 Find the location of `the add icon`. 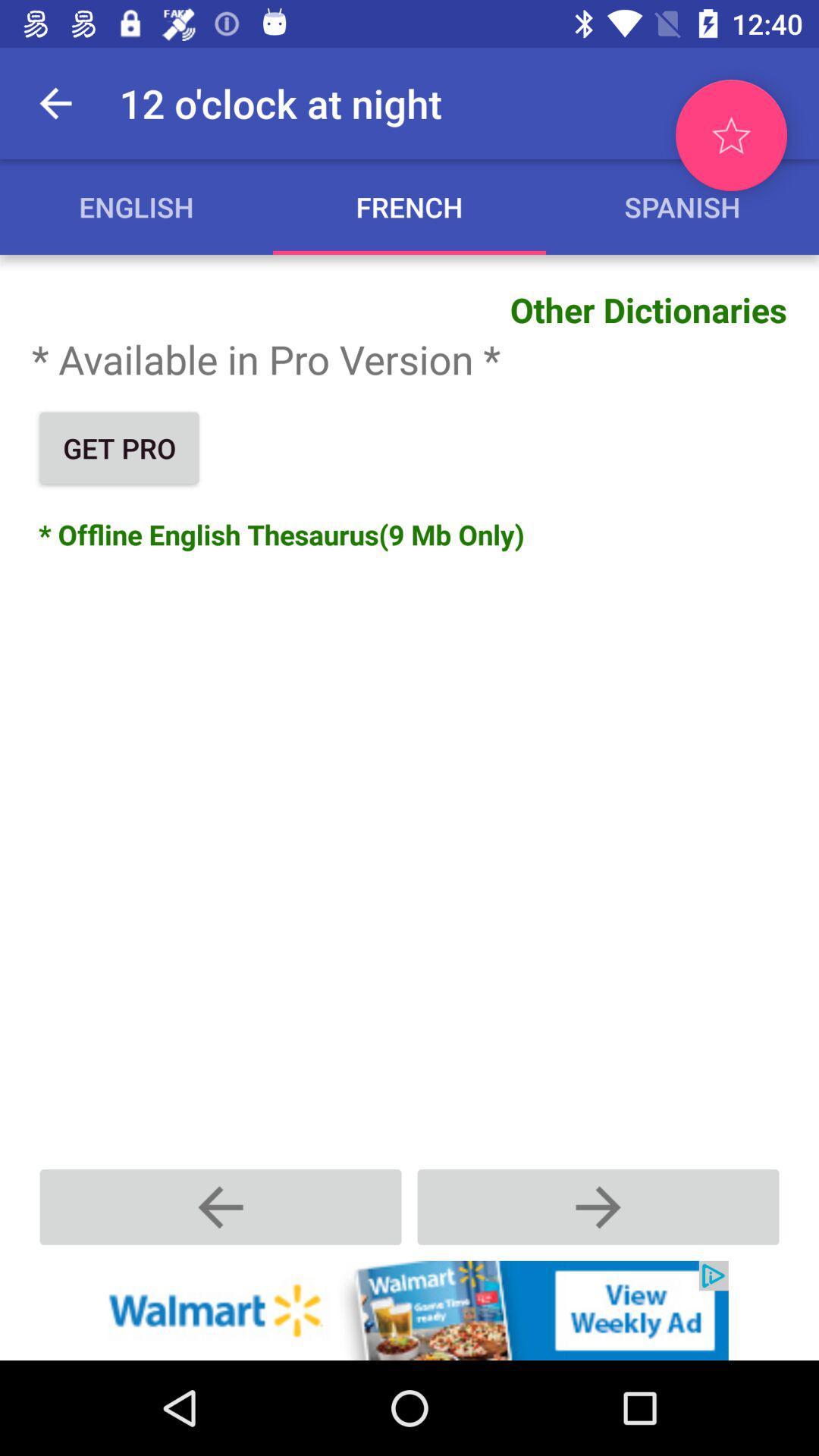

the add icon is located at coordinates (598, 1206).